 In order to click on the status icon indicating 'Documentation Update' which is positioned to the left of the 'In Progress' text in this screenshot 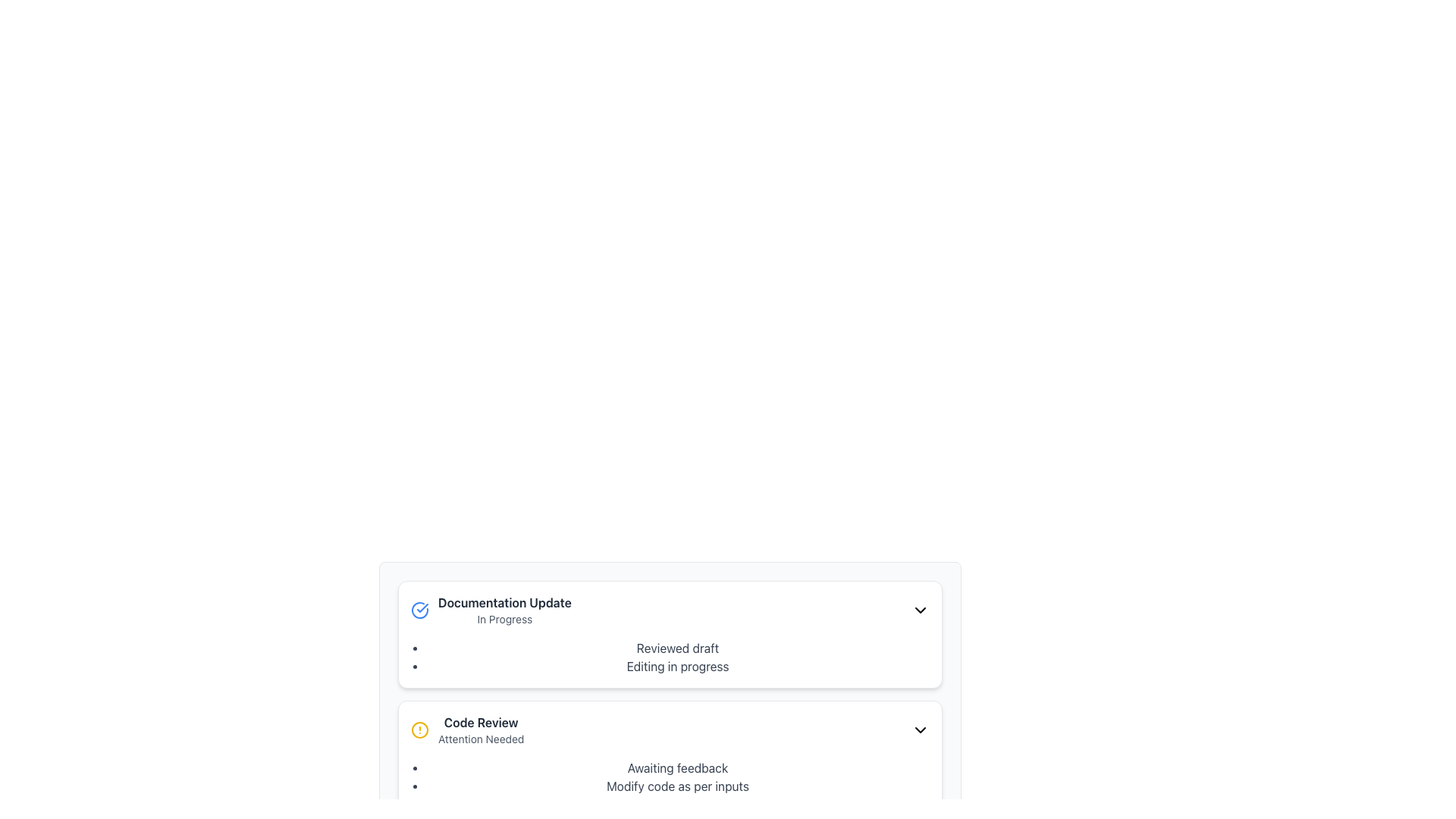, I will do `click(419, 610)`.